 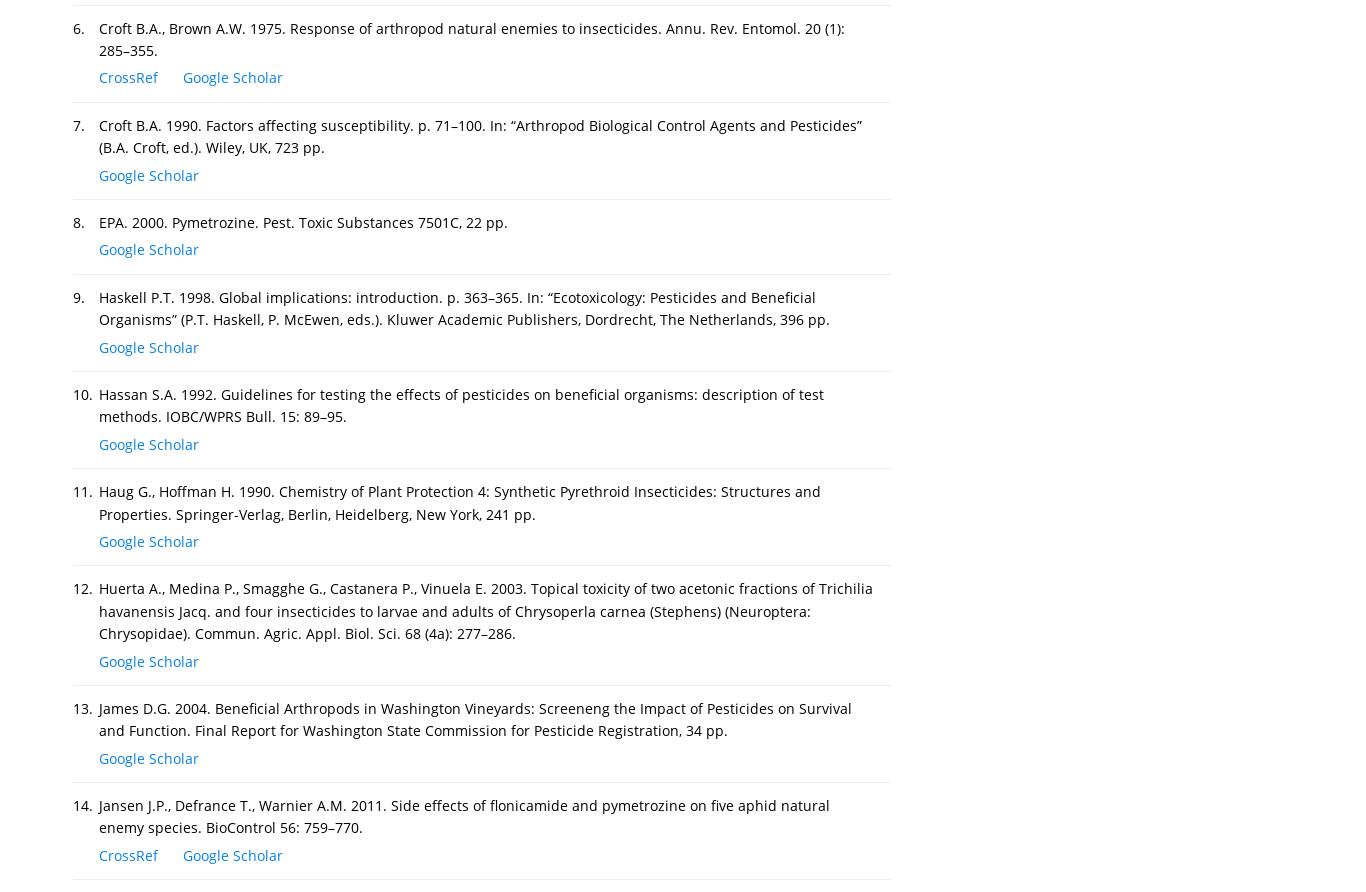 What do you see at coordinates (475, 719) in the screenshot?
I see `'James D.G. 2004. Beneficial Arthropods in Washington Vineyards: Screeneng the Impact of Pesticides on Survival and Function. Final Report for Washington State Commission for Pesticide Registration, 34 pp.'` at bounding box center [475, 719].